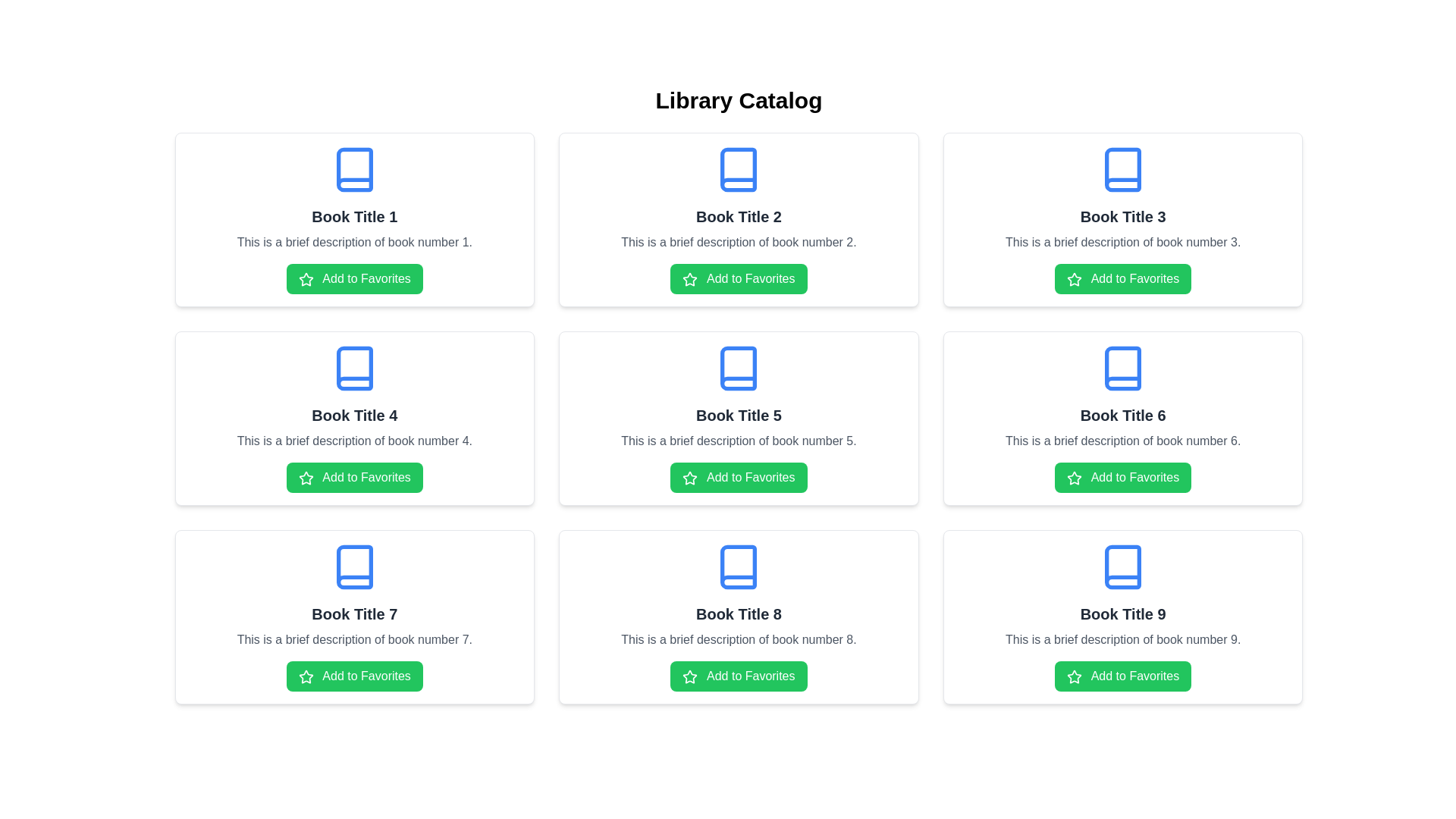 The image size is (1456, 819). Describe the element at coordinates (739, 567) in the screenshot. I see `graphical vector component of the blue book icon associated with 'Book Title 8' in the browser developer tools` at that location.